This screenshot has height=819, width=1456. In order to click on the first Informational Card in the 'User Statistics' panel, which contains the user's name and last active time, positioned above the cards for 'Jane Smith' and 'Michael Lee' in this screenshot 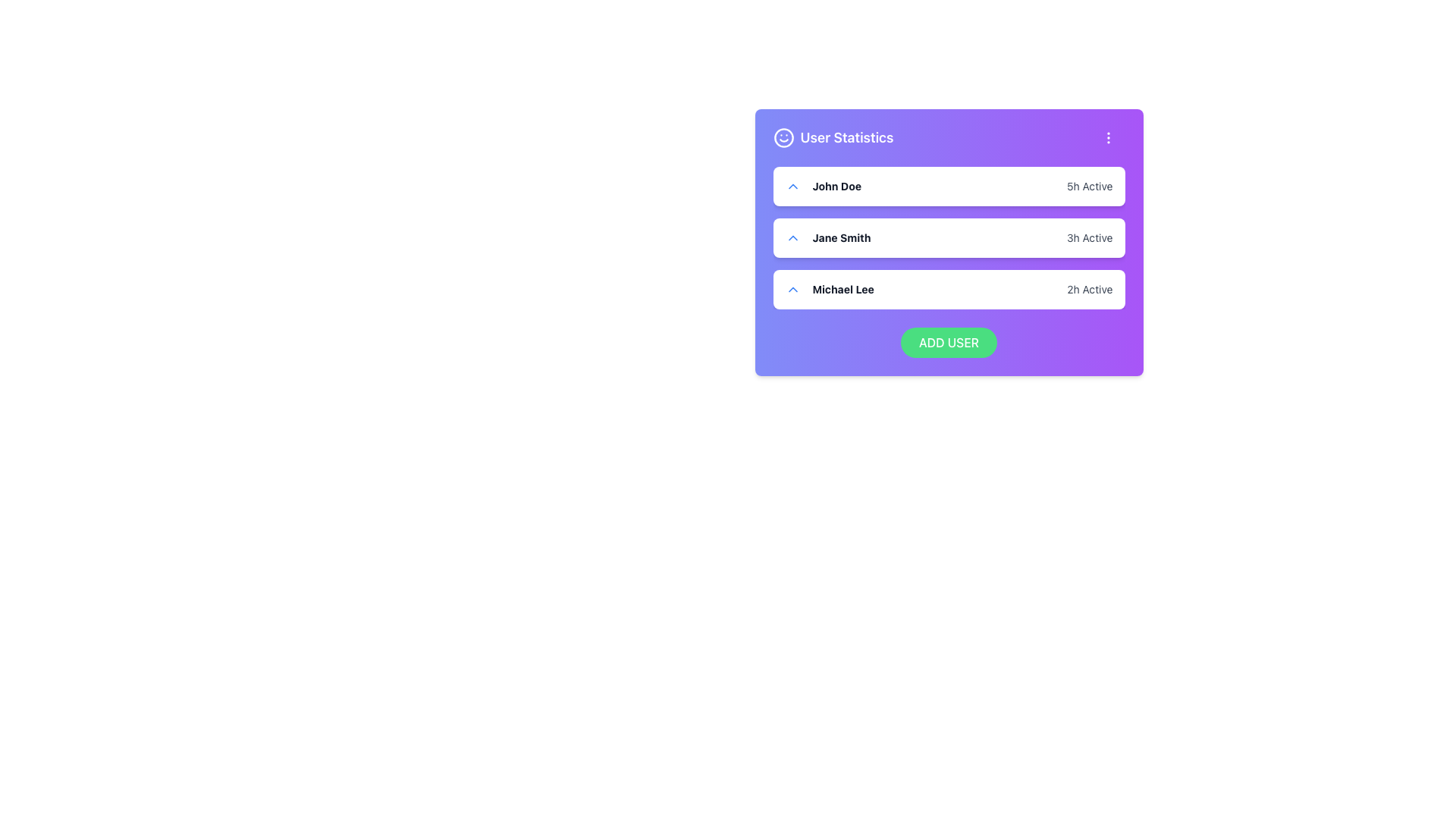, I will do `click(948, 186)`.